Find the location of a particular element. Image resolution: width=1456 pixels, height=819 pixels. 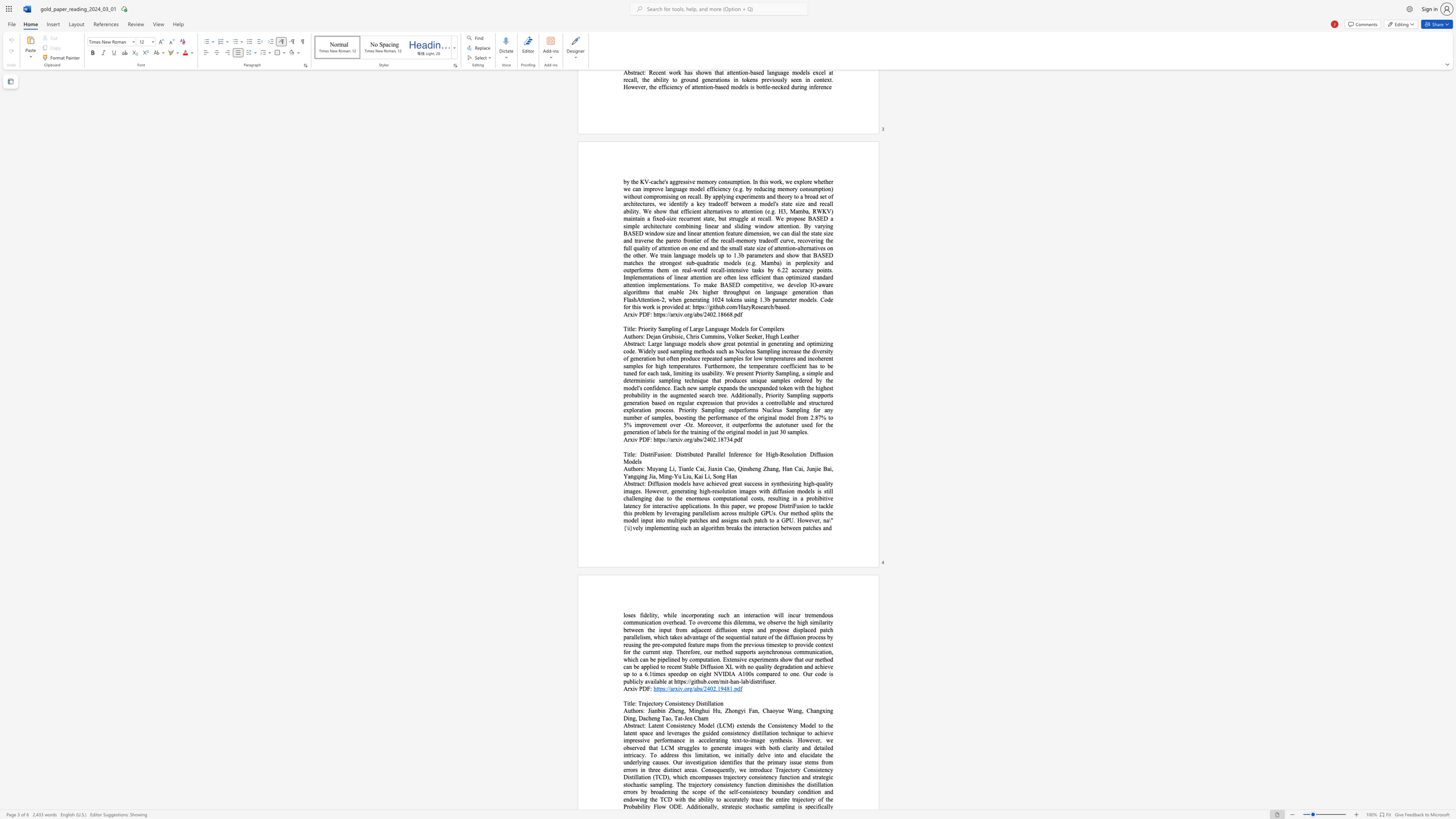

the subset text "utational costs, resulting in a prohibitive latency for interactive applications. In this paper, we propose DistriFusion to tackle this problem by leveraging parallelism across multiple GPUs. Our method splits the model input into multiple patches and assigns each patch to a GPU. However, na\" within the text "Diffusion models have achieved great success in synthesizing high-quality images. However, generating high-resolution images with diffusion models is still challenging due to the enormous computational costs, resulting in a prohibitive latency for interactive applications. In this paper, we propose DistriFusion to tackle this problem by leveraging parallelism across multiple GPUs. Our method splits the model input into multiple patches and assigns each patch to a GPU. However, na\" is located at coordinates (726, 498).